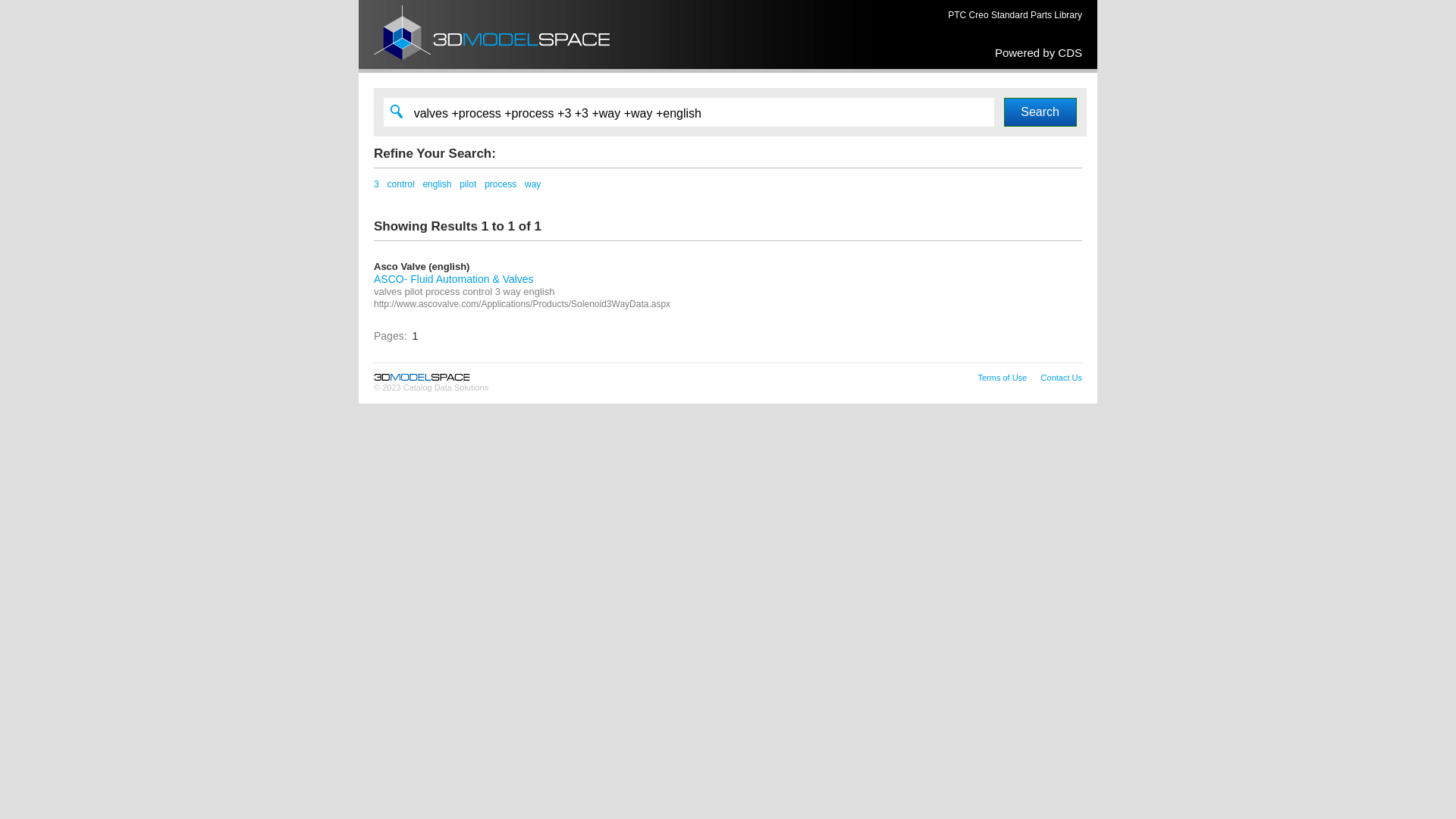 The height and width of the screenshot is (819, 1456). I want to click on 'english', so click(436, 184).